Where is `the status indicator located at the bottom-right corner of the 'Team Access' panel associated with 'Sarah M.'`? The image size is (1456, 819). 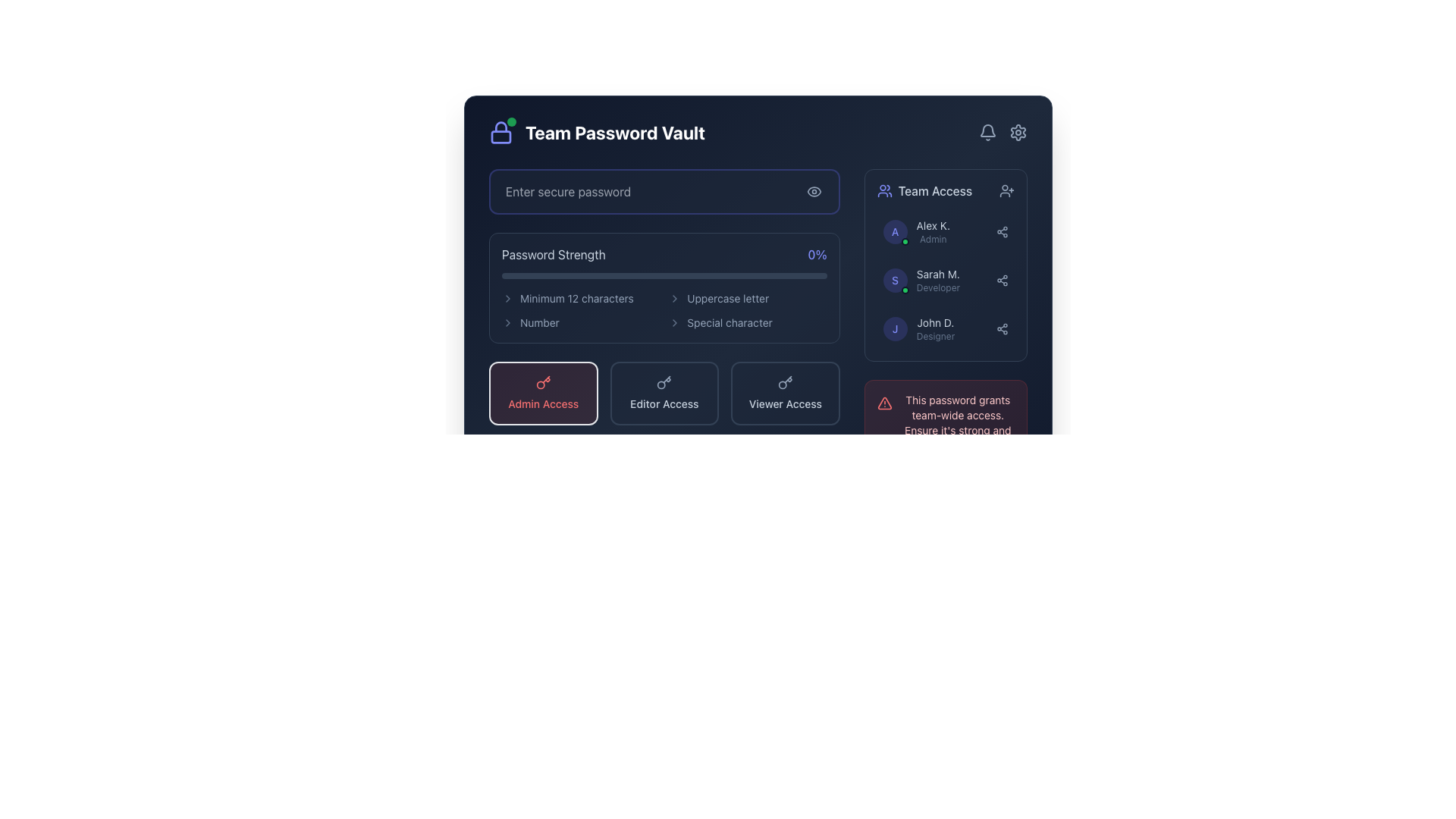
the status indicator located at the bottom-right corner of the 'Team Access' panel associated with 'Sarah M.' is located at coordinates (905, 290).